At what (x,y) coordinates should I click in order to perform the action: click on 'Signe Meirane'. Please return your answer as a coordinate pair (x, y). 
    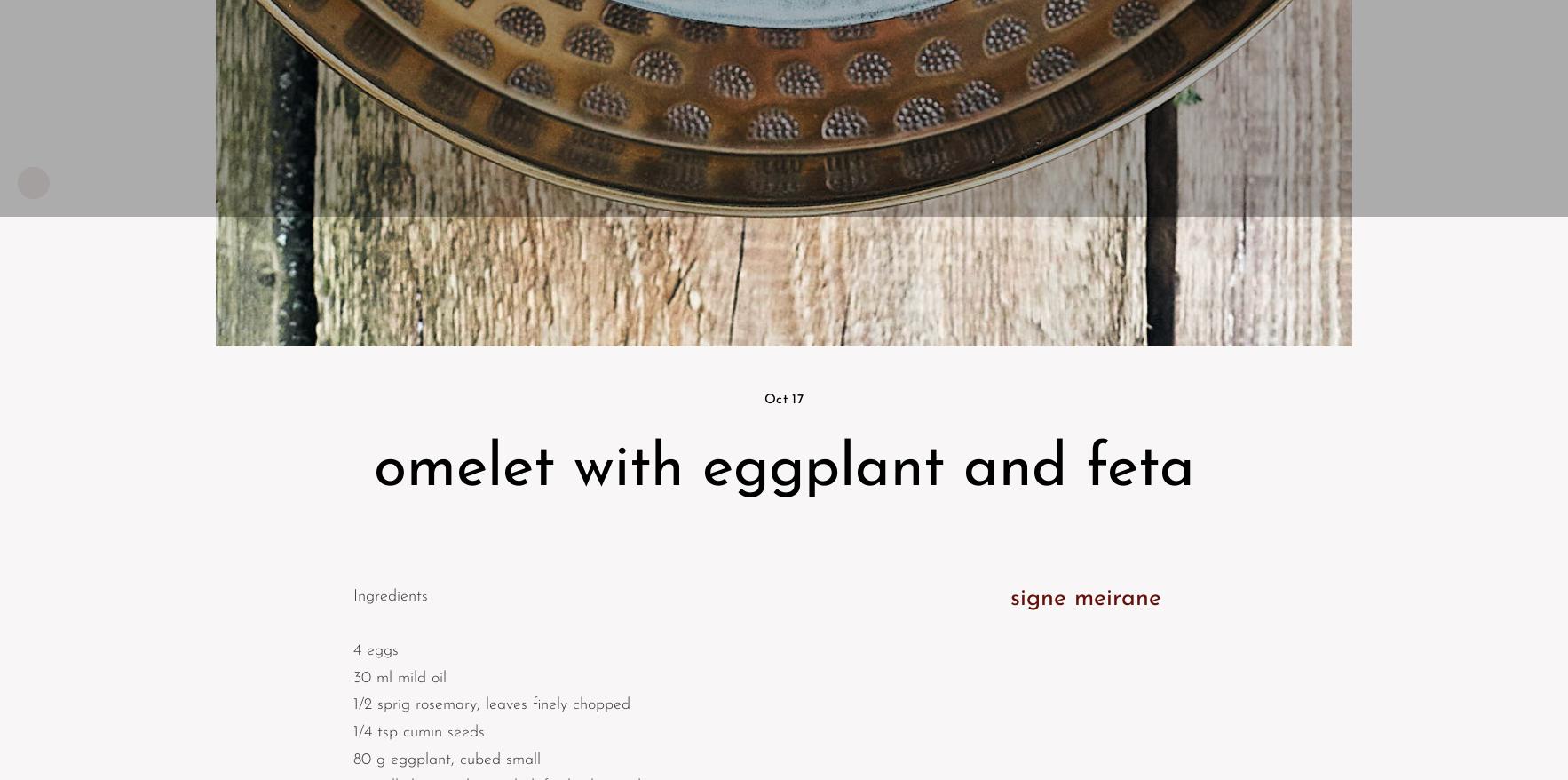
    Looking at the image, I should click on (1084, 599).